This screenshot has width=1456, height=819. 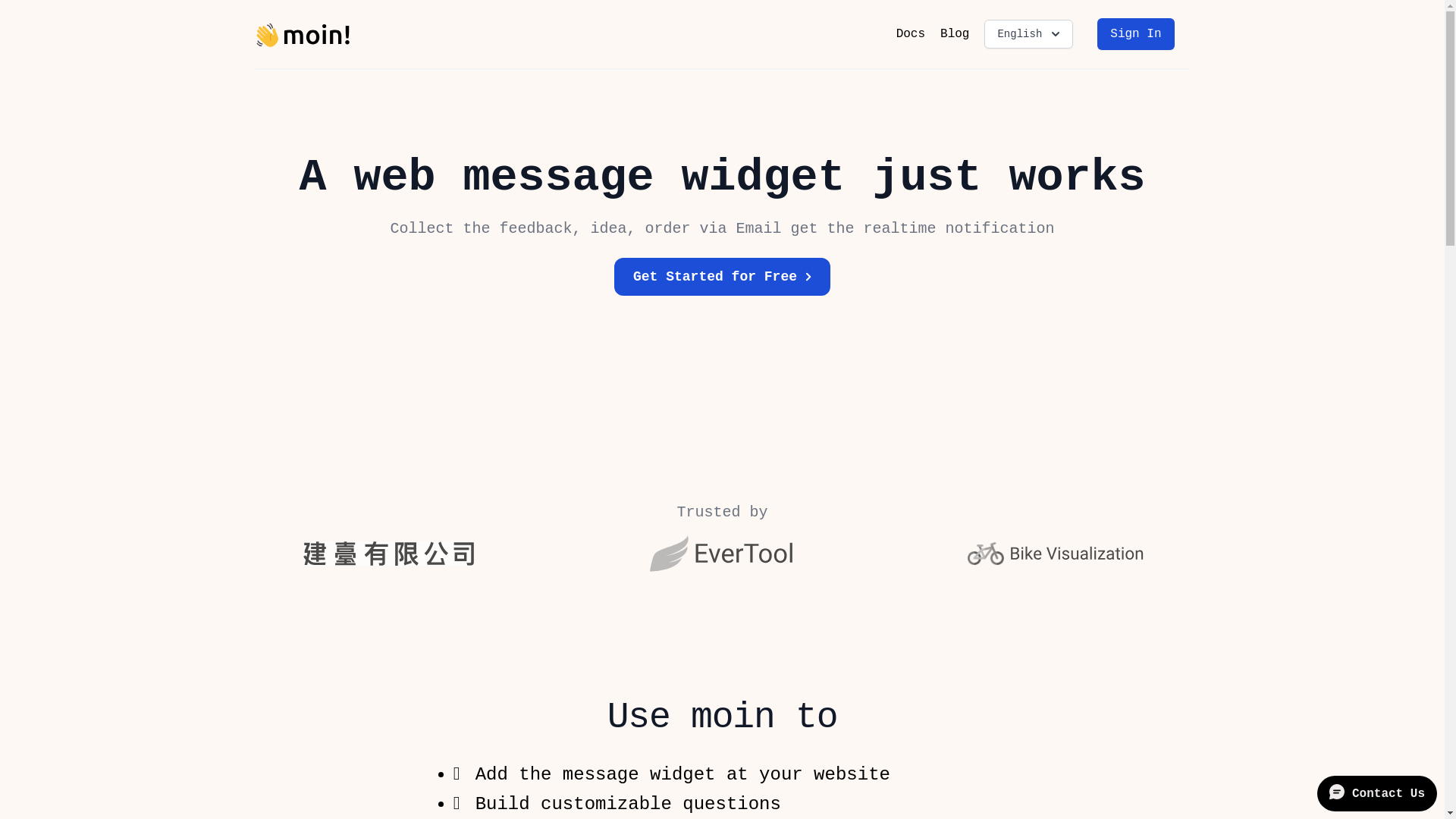 I want to click on 'Sign In', so click(x=1135, y=34).